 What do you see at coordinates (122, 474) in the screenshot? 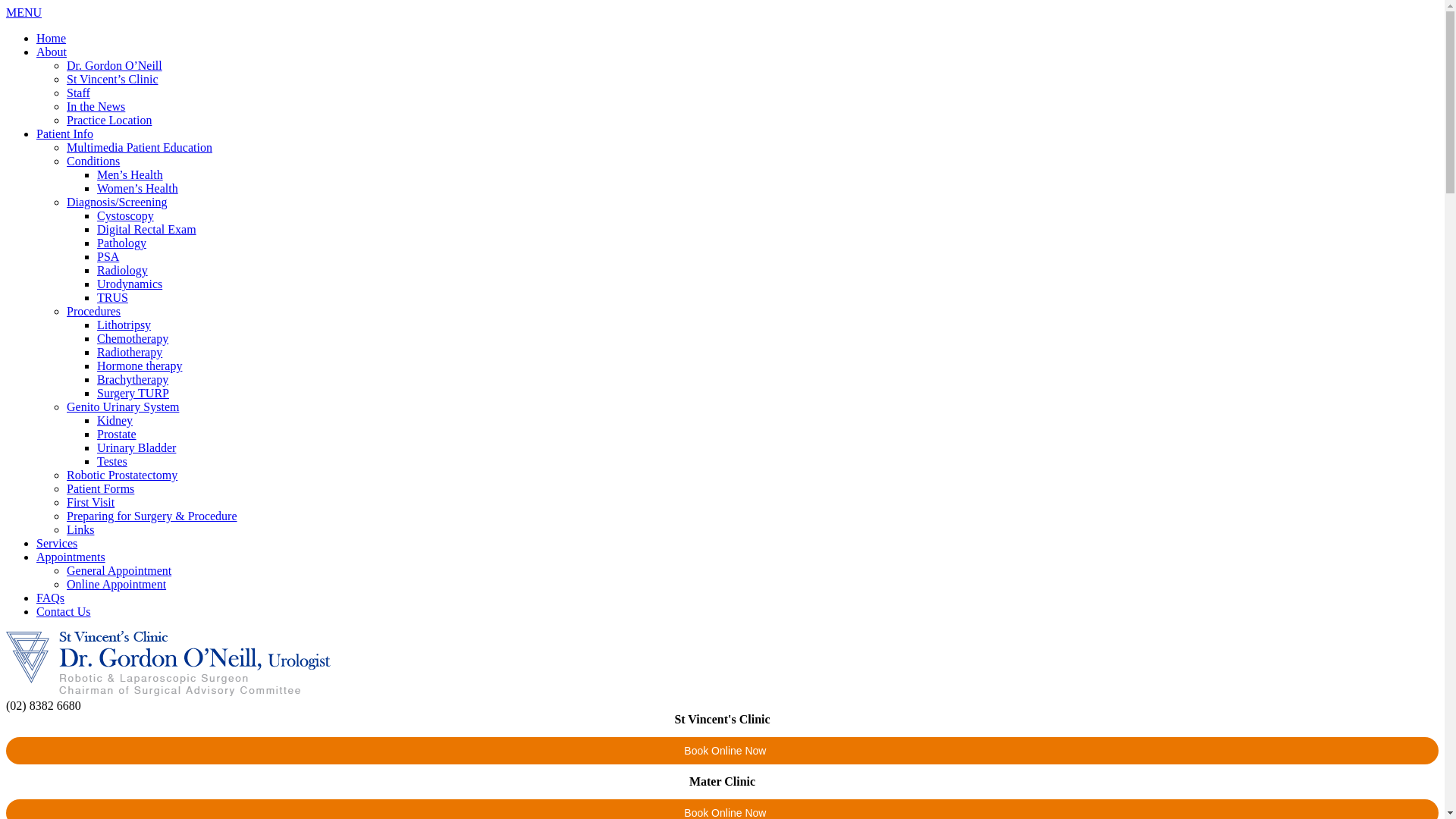
I see `'Robotic Prostatectomy'` at bounding box center [122, 474].